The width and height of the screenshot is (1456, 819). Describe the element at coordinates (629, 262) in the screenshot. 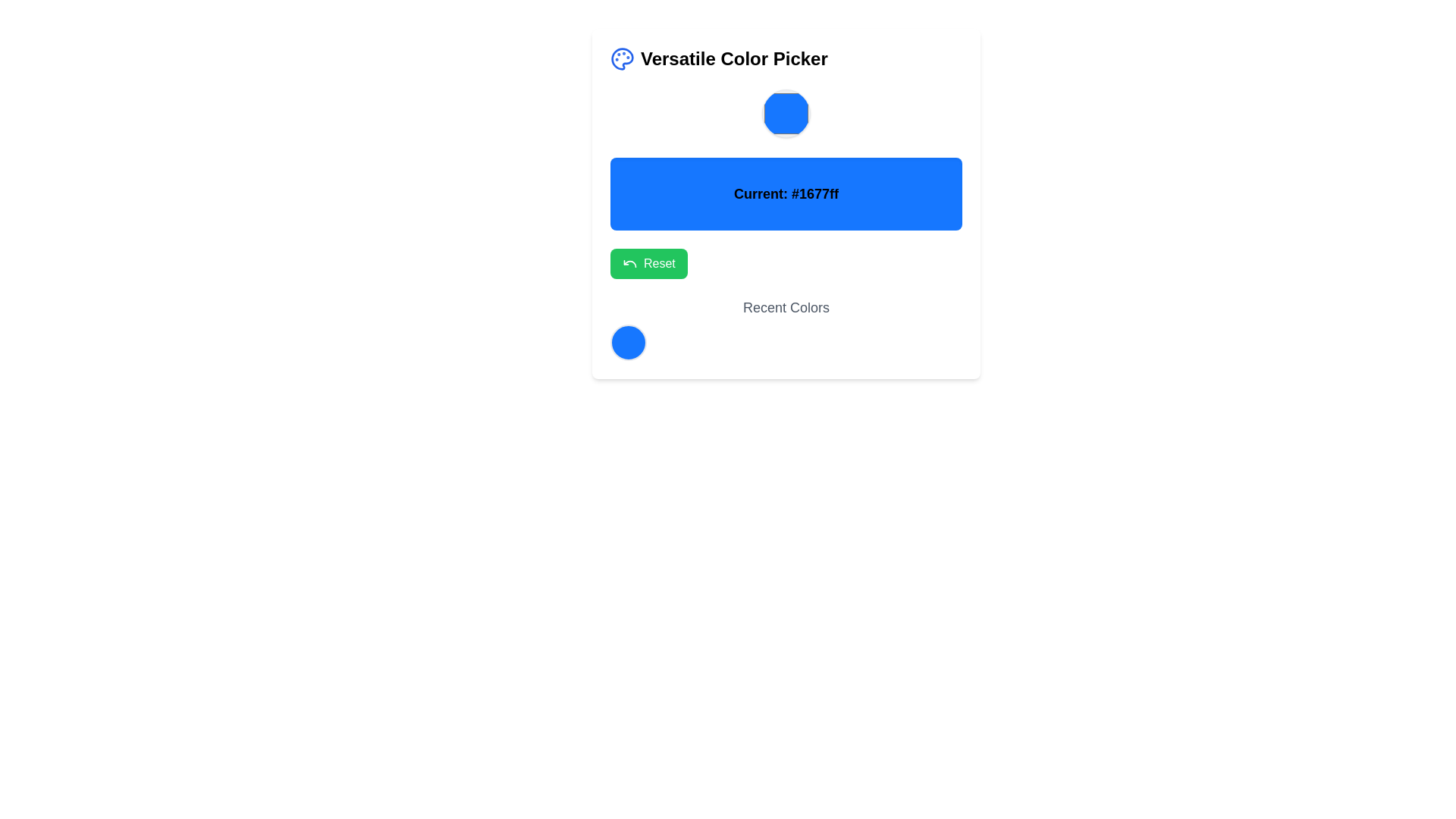

I see `the reset icon located inside the green rectangular button labeled 'Reset', positioned at the leftmost part of the button` at that location.